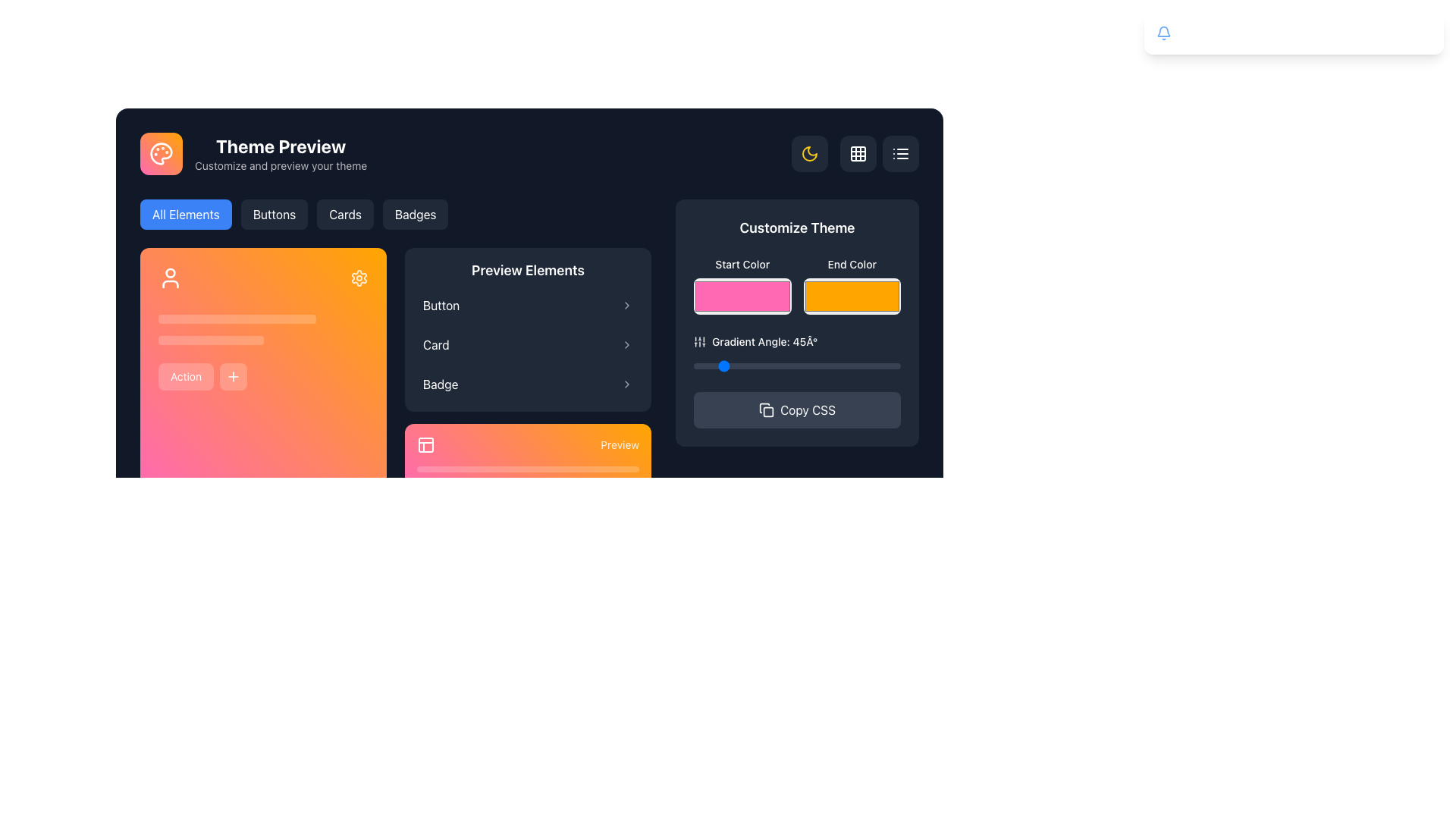 The height and width of the screenshot is (819, 1456). I want to click on the blue bell icon located in the top right corner of the interface, so click(1163, 33).